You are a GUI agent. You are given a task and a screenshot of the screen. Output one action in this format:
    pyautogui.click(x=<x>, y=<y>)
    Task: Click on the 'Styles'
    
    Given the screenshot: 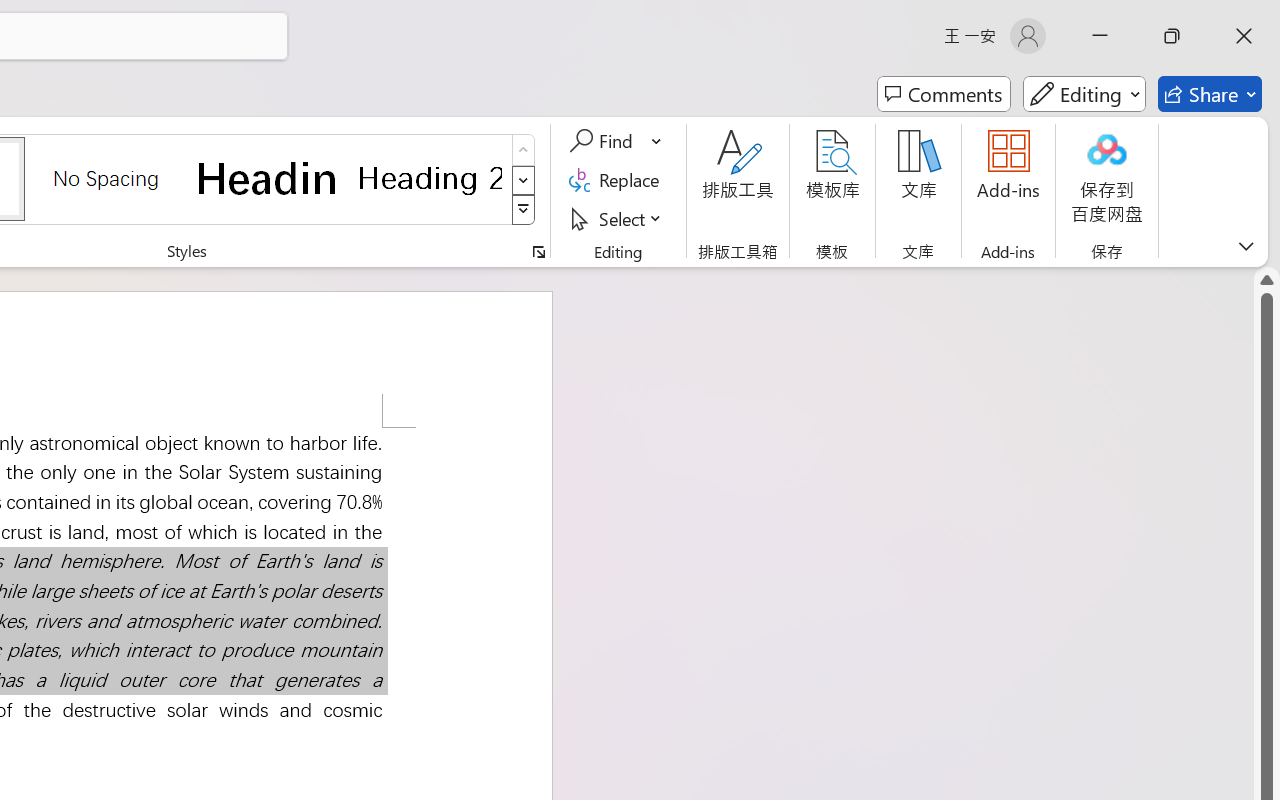 What is the action you would take?
    pyautogui.click(x=523, y=210)
    